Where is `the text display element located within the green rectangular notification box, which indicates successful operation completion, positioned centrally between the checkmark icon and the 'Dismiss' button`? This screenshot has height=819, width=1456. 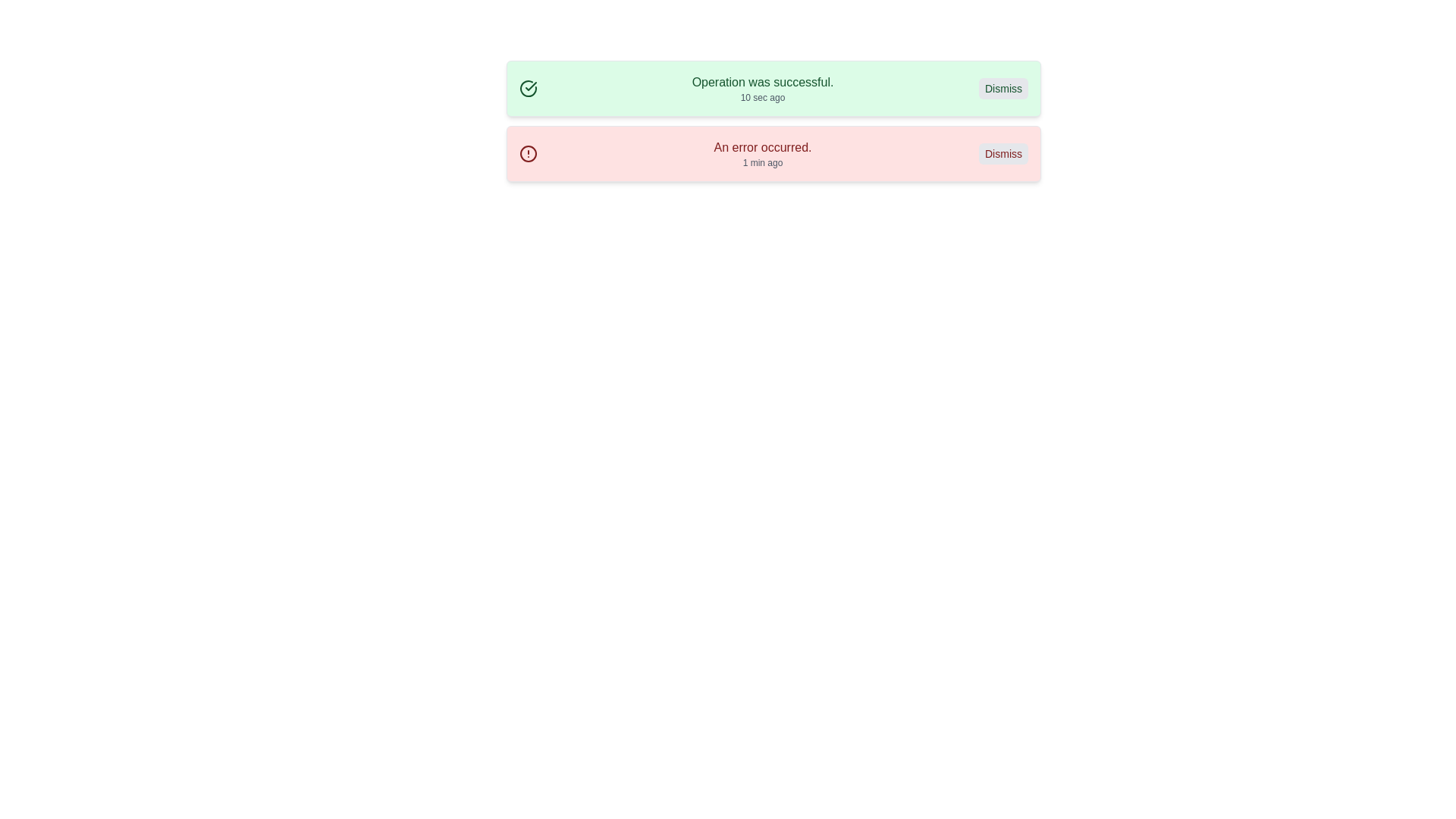 the text display element located within the green rectangular notification box, which indicates successful operation completion, positioned centrally between the checkmark icon and the 'Dismiss' button is located at coordinates (763, 88).